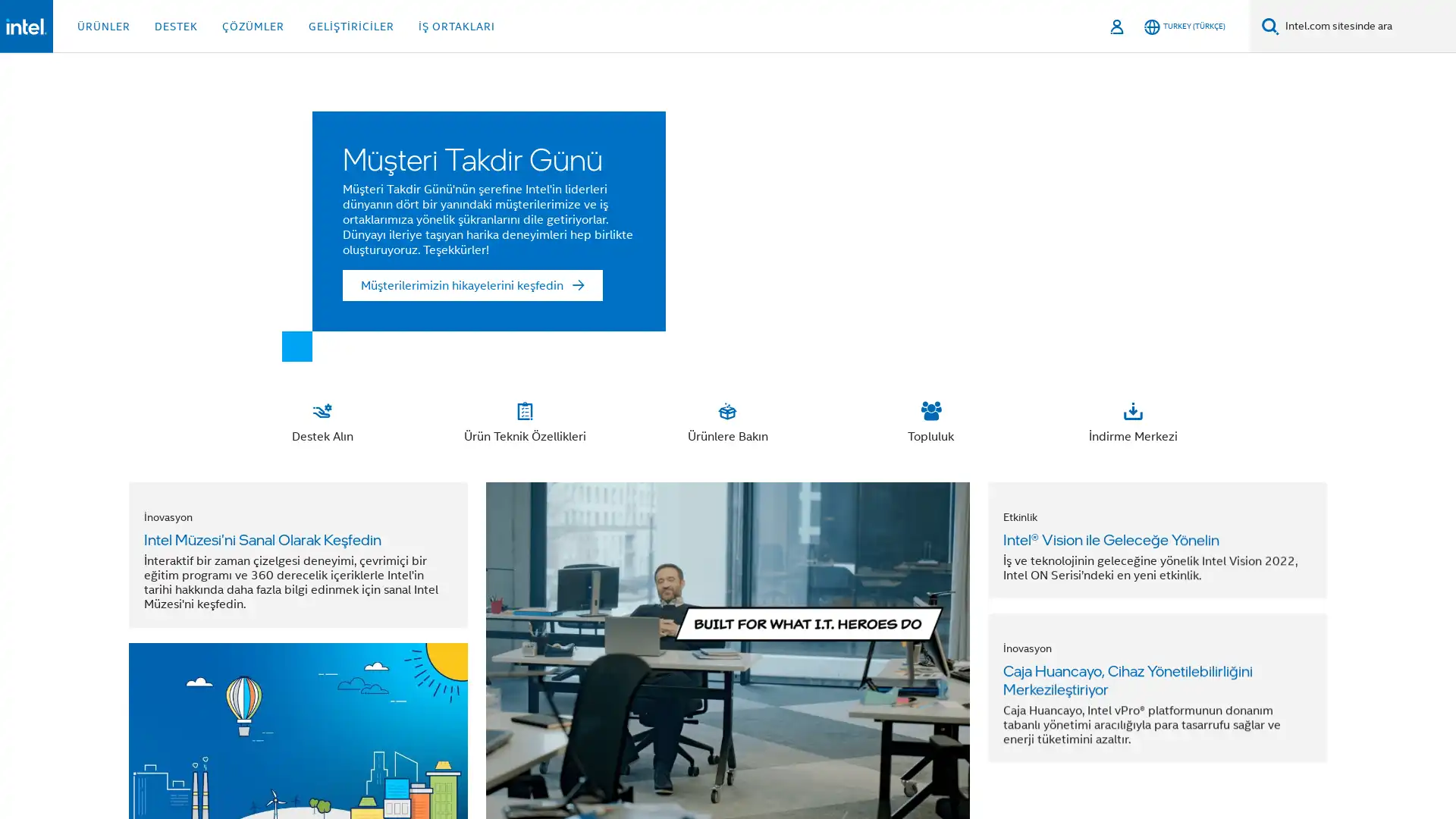 The width and height of the screenshot is (1456, 819). What do you see at coordinates (1184, 26) in the screenshot?
I see `Turkey (Turkce)` at bounding box center [1184, 26].